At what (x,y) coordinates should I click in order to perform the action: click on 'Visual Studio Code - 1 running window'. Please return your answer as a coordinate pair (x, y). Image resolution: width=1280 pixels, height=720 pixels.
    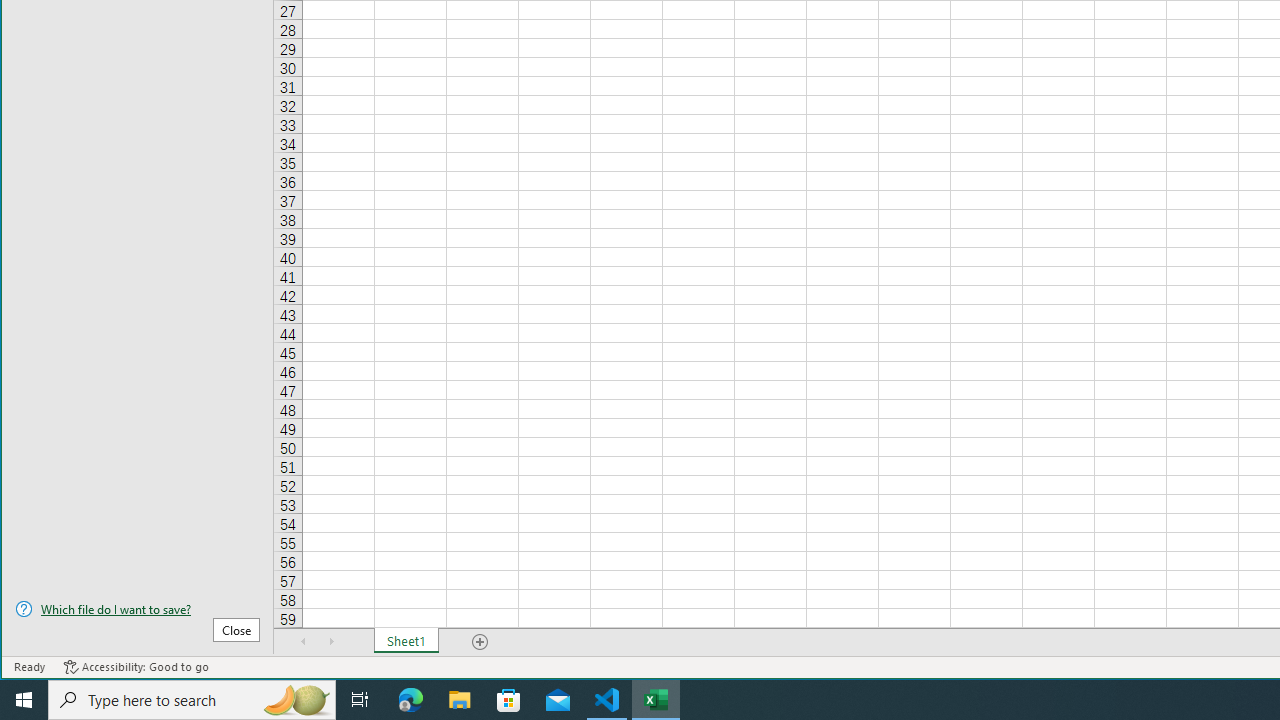
    Looking at the image, I should click on (606, 698).